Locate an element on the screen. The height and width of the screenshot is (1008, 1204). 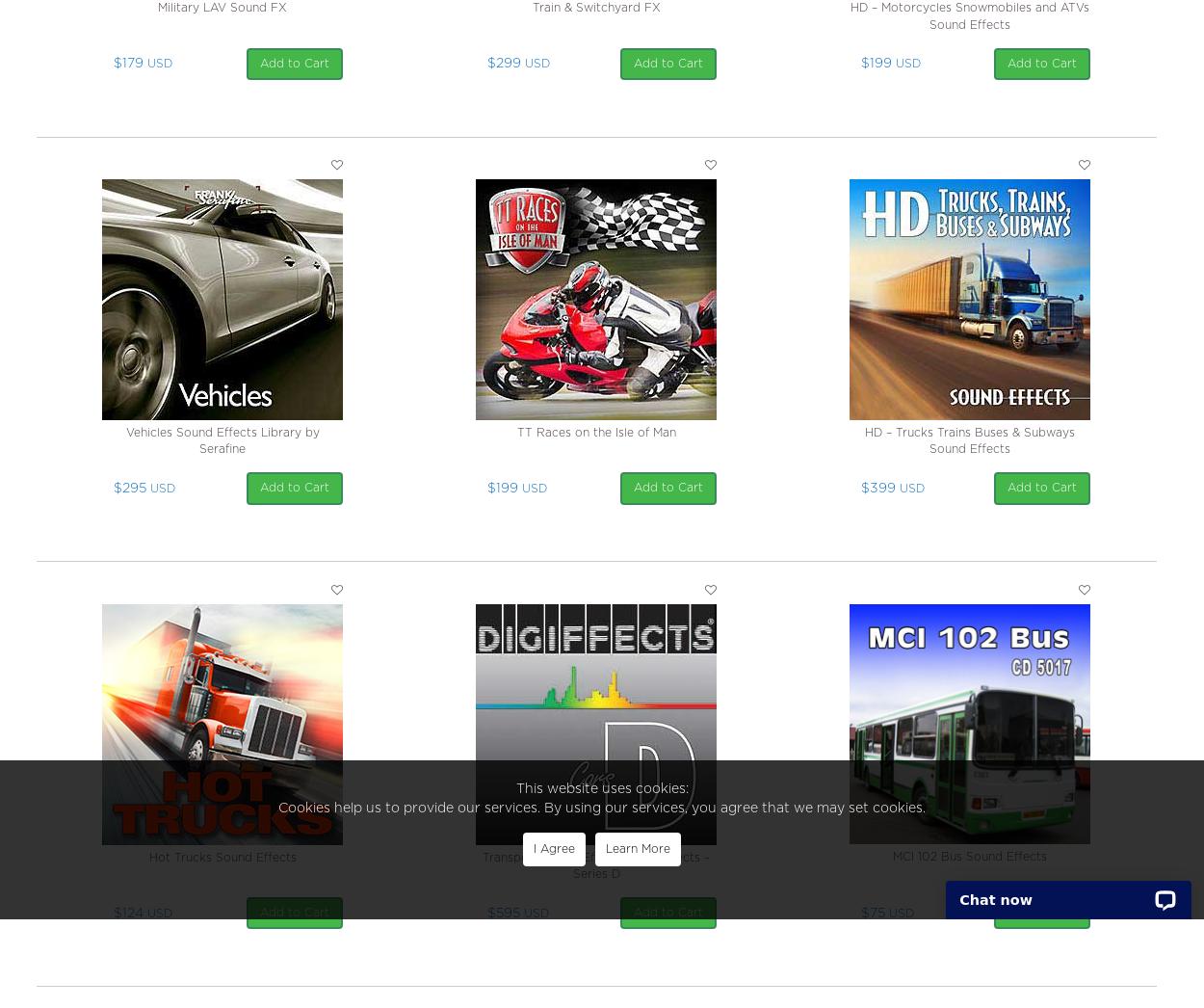
'Military LAV Sound FX' is located at coordinates (222, 6).